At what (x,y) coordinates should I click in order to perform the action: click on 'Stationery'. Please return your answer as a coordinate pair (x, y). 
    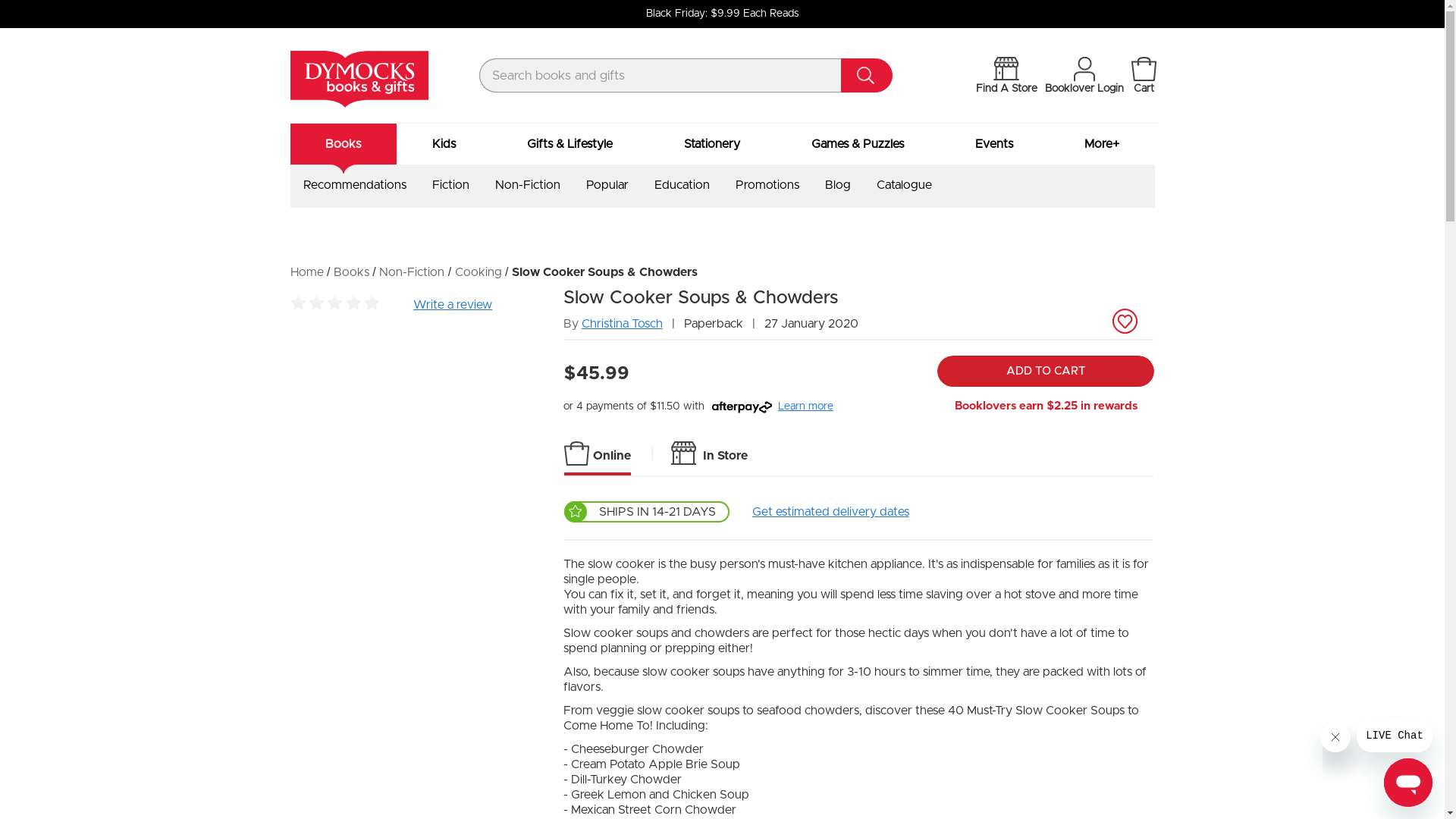
    Looking at the image, I should click on (711, 143).